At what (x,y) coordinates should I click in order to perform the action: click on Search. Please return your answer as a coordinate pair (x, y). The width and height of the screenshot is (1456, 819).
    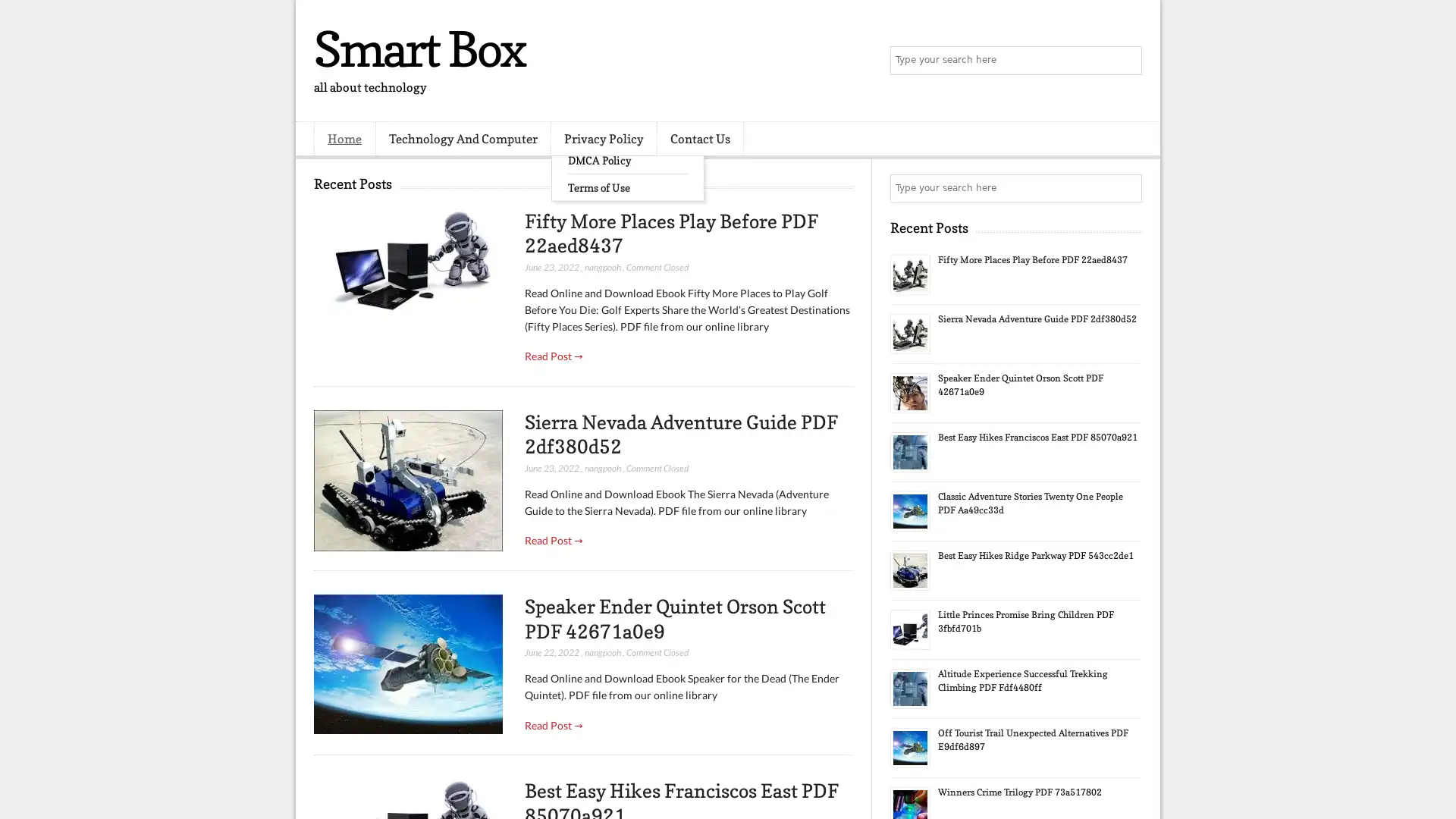
    Looking at the image, I should click on (1126, 61).